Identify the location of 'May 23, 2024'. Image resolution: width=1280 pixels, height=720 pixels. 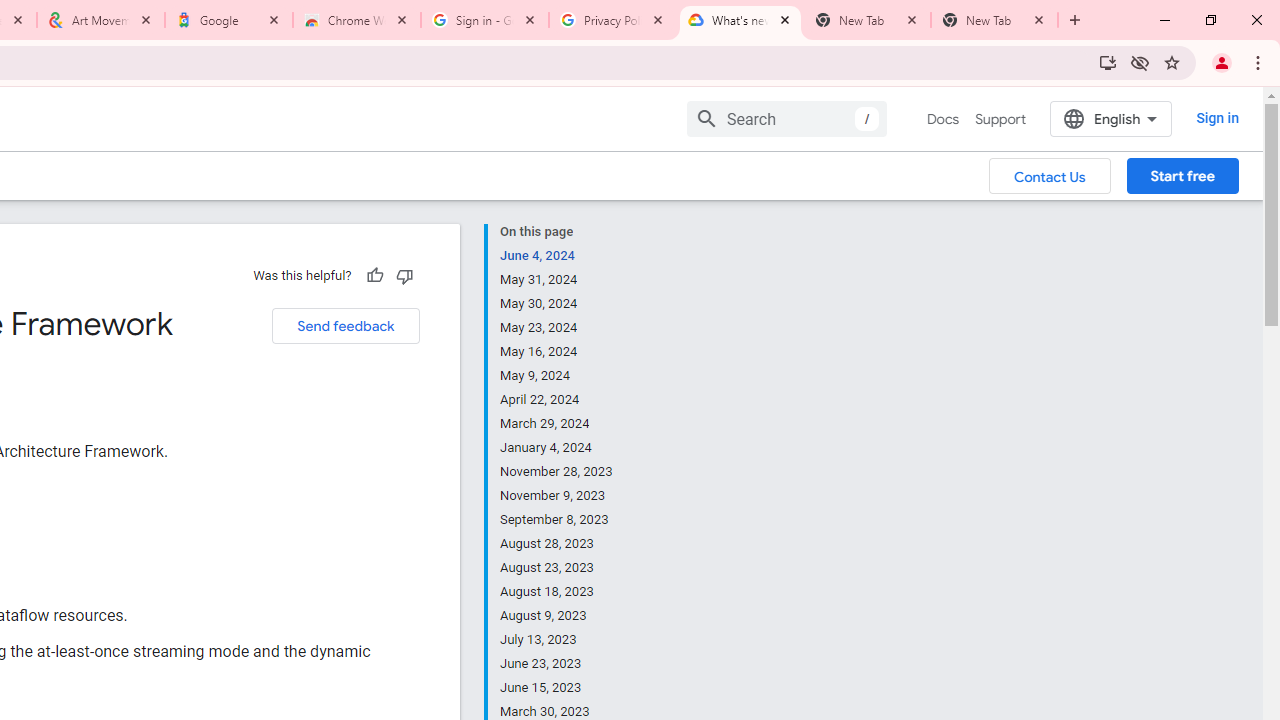
(557, 326).